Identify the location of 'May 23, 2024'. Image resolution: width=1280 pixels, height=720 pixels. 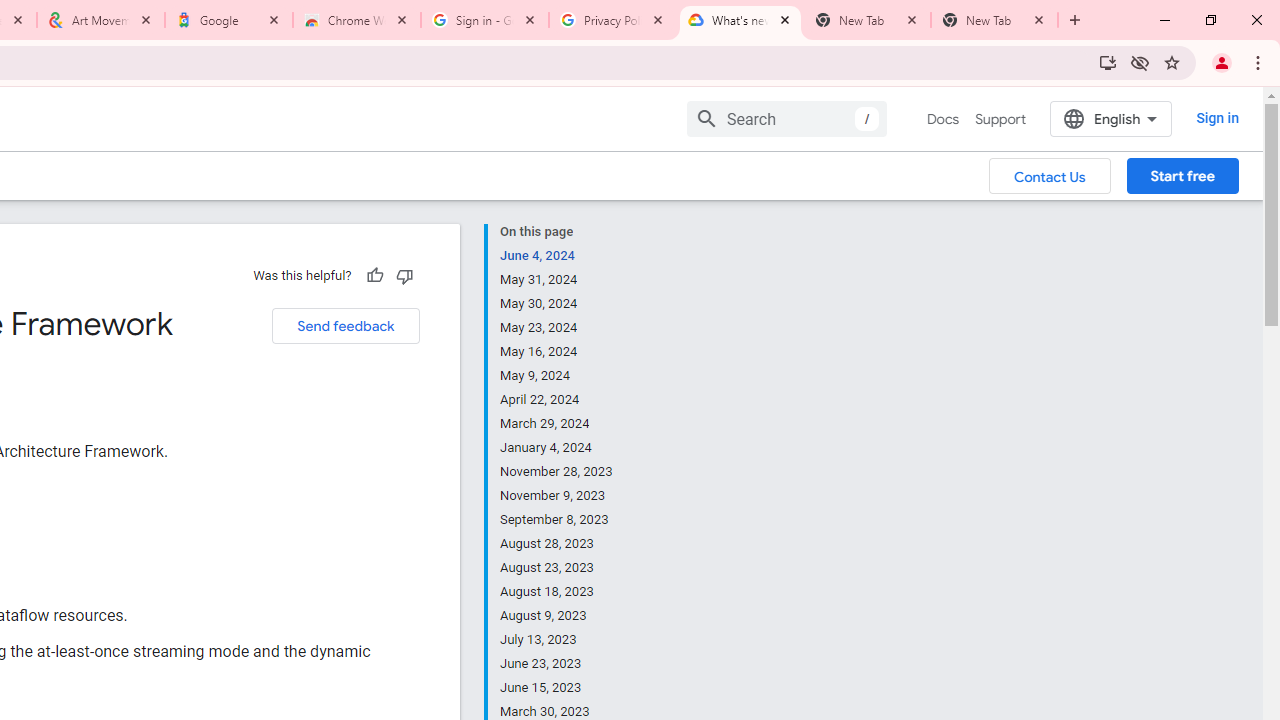
(557, 326).